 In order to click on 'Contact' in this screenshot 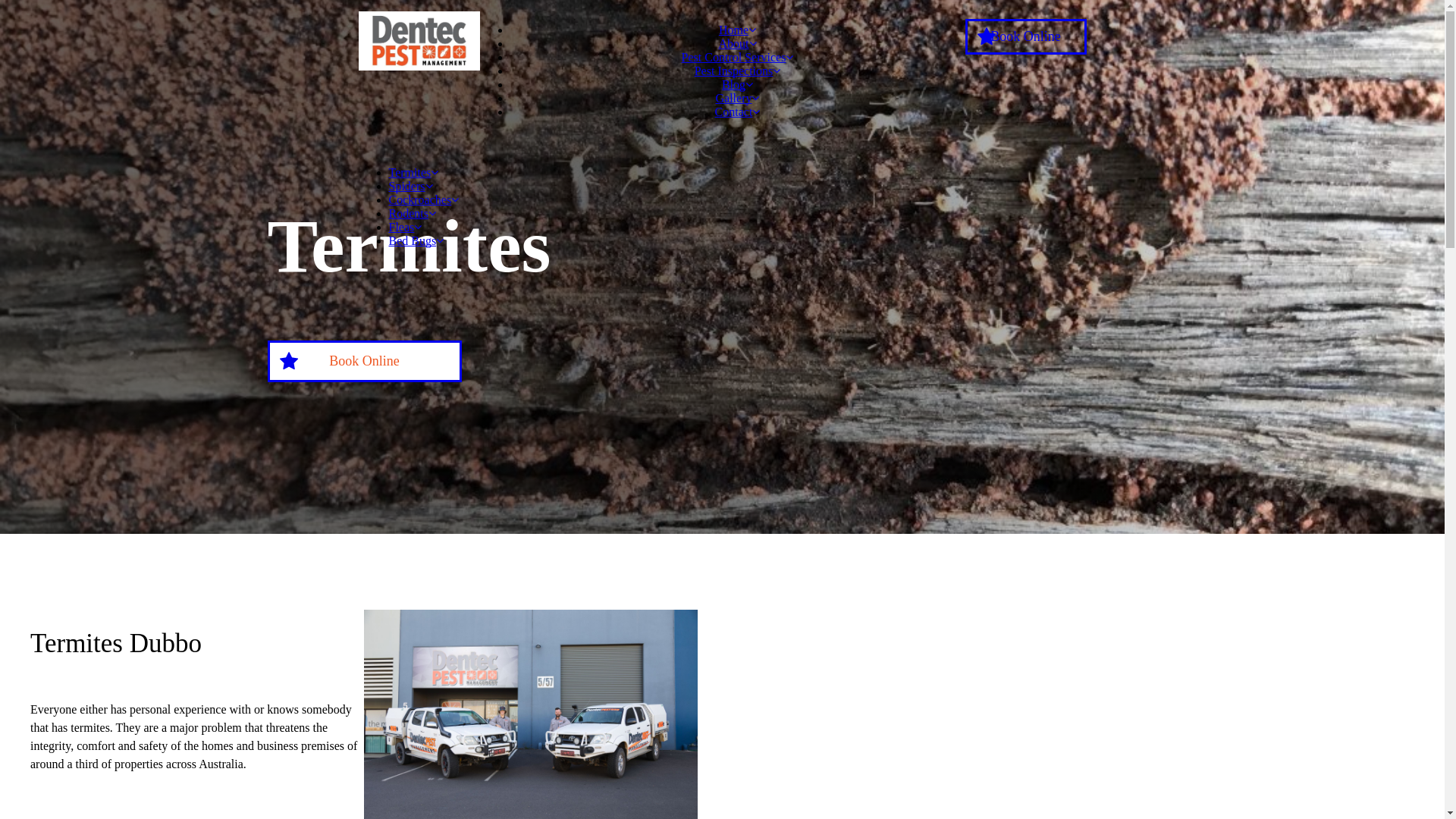, I will do `click(738, 111)`.